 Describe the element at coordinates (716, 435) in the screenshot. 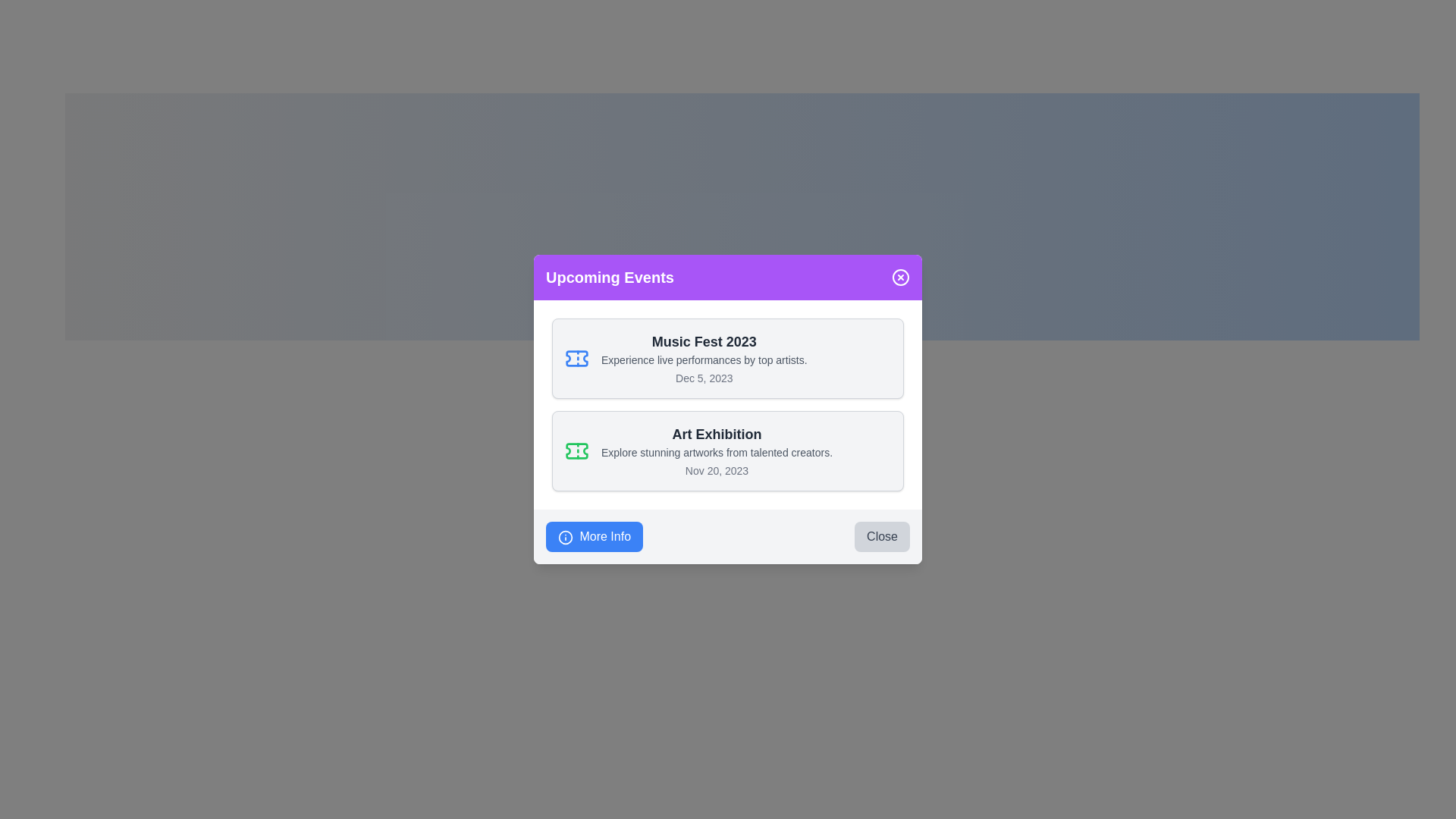

I see `text label displaying 'Art Exhibition', which is prominently styled in bold black font and positioned at the center of the modal dialog under the 'Upcoming Events' header` at that location.